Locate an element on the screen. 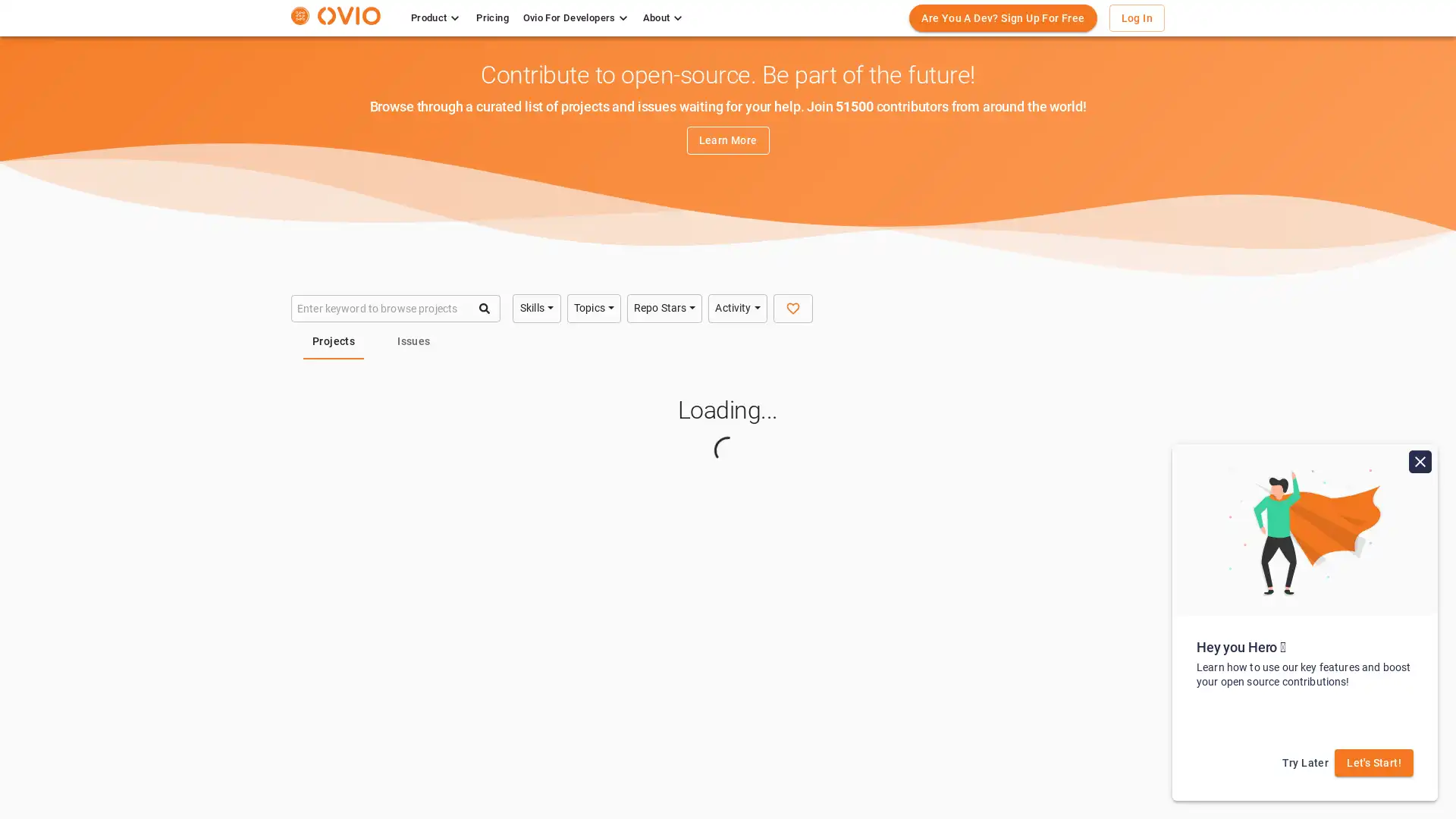 This screenshot has height=819, width=1456. About is located at coordinates (663, 17).